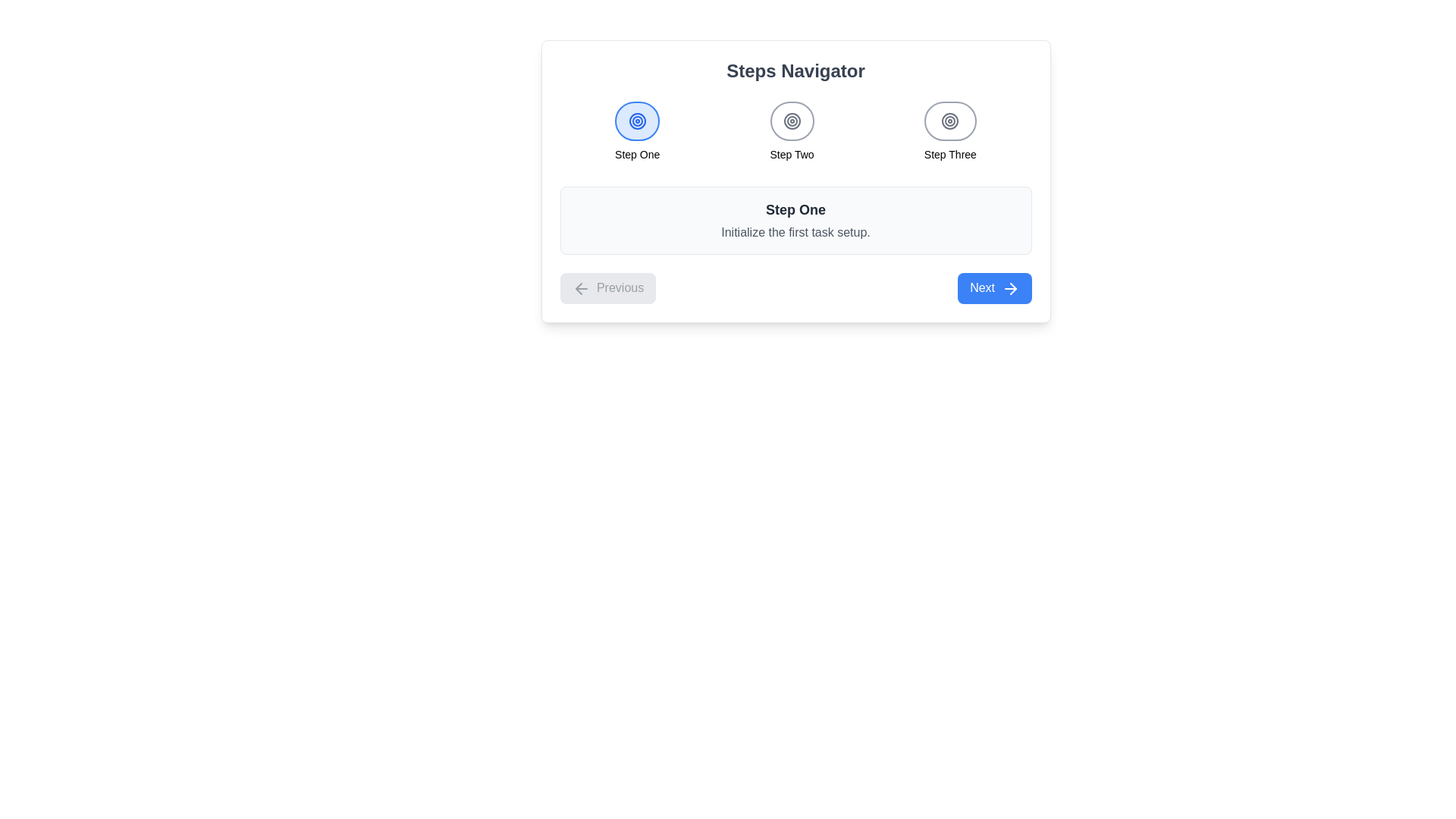  I want to click on the 'Step One' interactive icon, which is the first in a horizontal sequence of three step indicators at the top center of the interface, so click(637, 120).